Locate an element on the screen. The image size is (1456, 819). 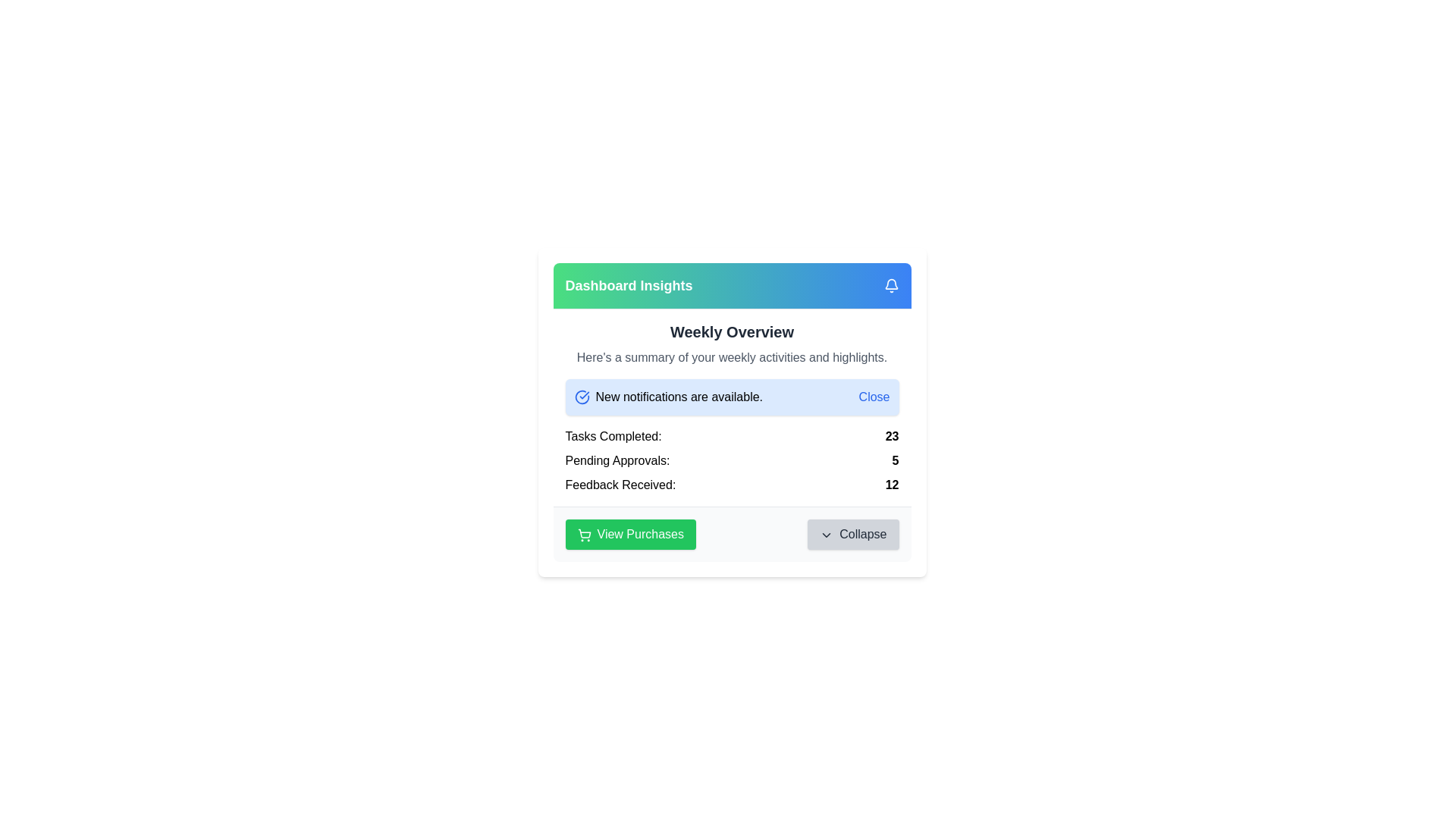
the notification status icon located to the left of the text 'New notifications are available' in the top section of the notification component is located at coordinates (581, 397).